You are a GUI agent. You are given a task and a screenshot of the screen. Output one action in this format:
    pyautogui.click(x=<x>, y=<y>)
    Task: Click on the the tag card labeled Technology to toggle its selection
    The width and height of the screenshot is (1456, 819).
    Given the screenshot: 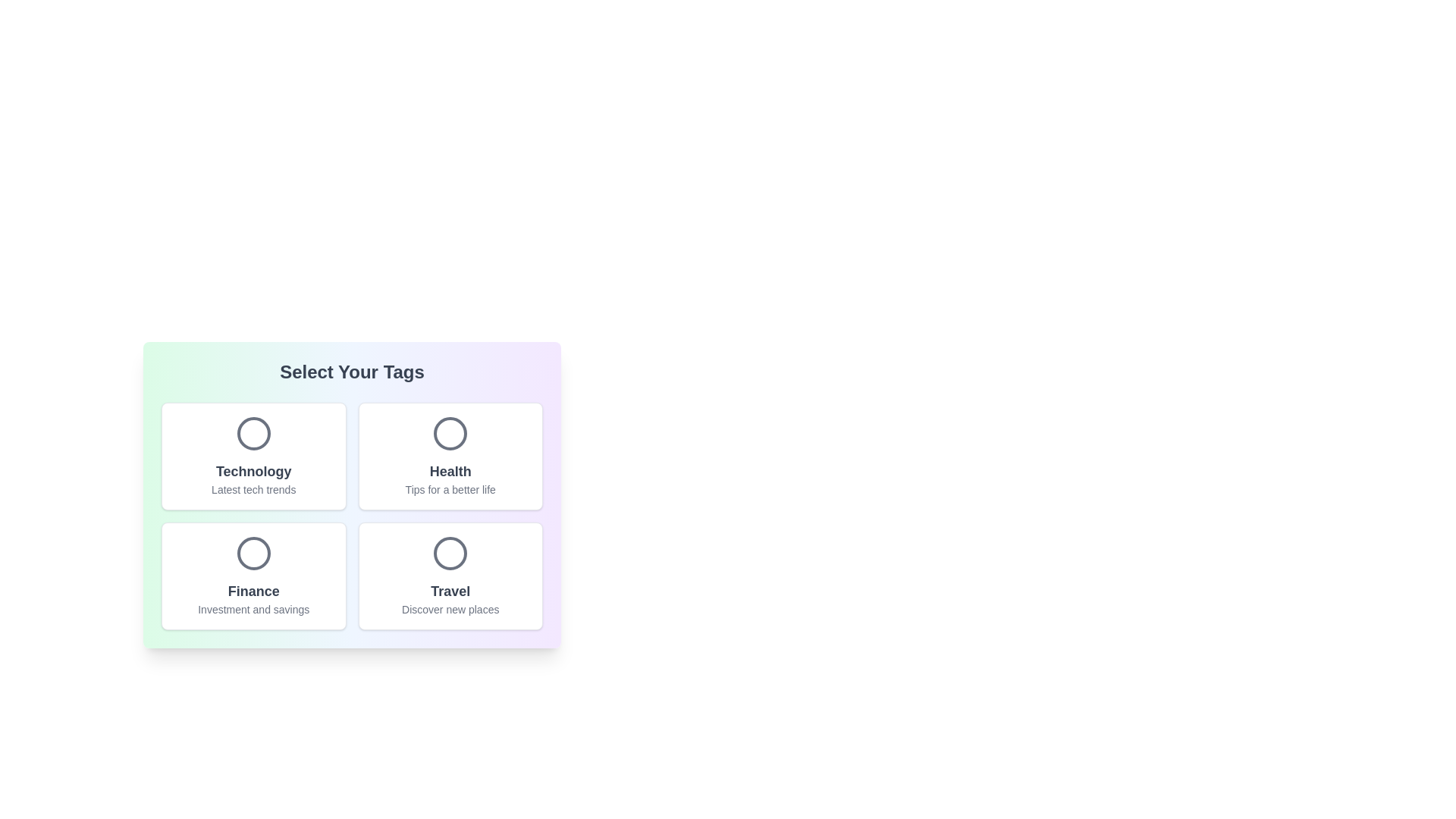 What is the action you would take?
    pyautogui.click(x=253, y=455)
    